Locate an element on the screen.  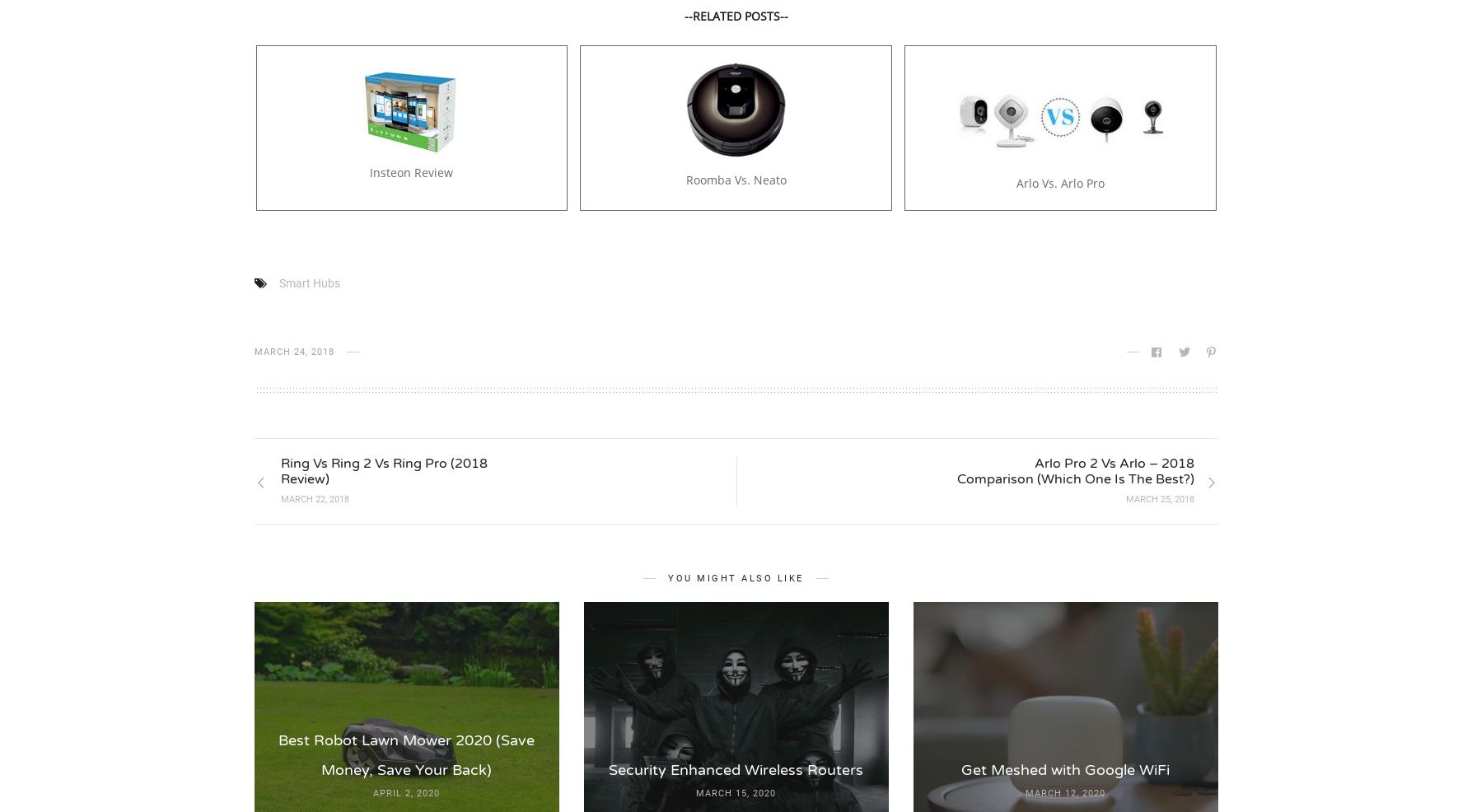
'Arlo Vs. Arlo Pro' is located at coordinates (1058, 182).